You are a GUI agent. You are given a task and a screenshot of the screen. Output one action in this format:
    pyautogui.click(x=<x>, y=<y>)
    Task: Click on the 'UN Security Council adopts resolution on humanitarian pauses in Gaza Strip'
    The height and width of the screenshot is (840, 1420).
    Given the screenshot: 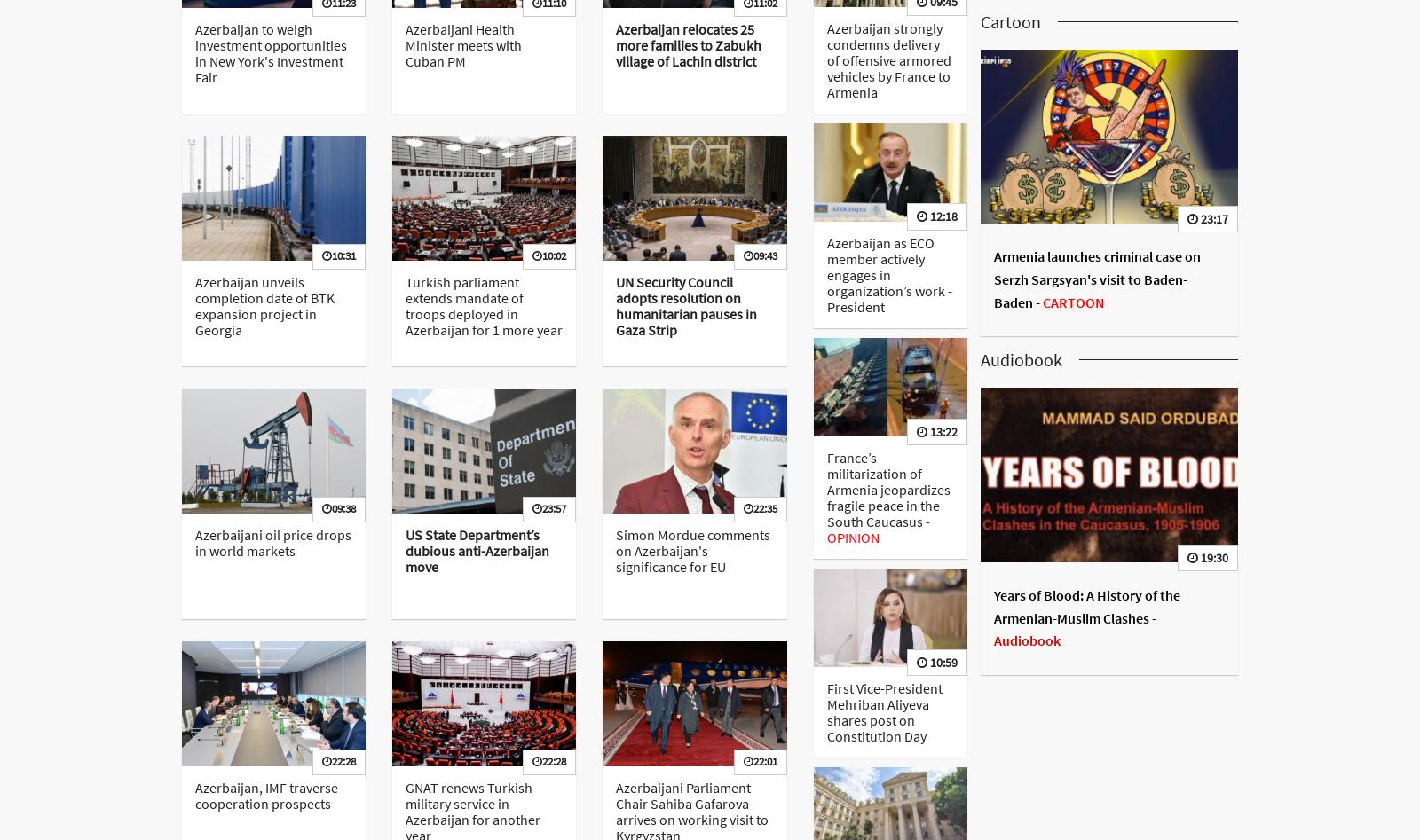 What is the action you would take?
    pyautogui.click(x=686, y=304)
    